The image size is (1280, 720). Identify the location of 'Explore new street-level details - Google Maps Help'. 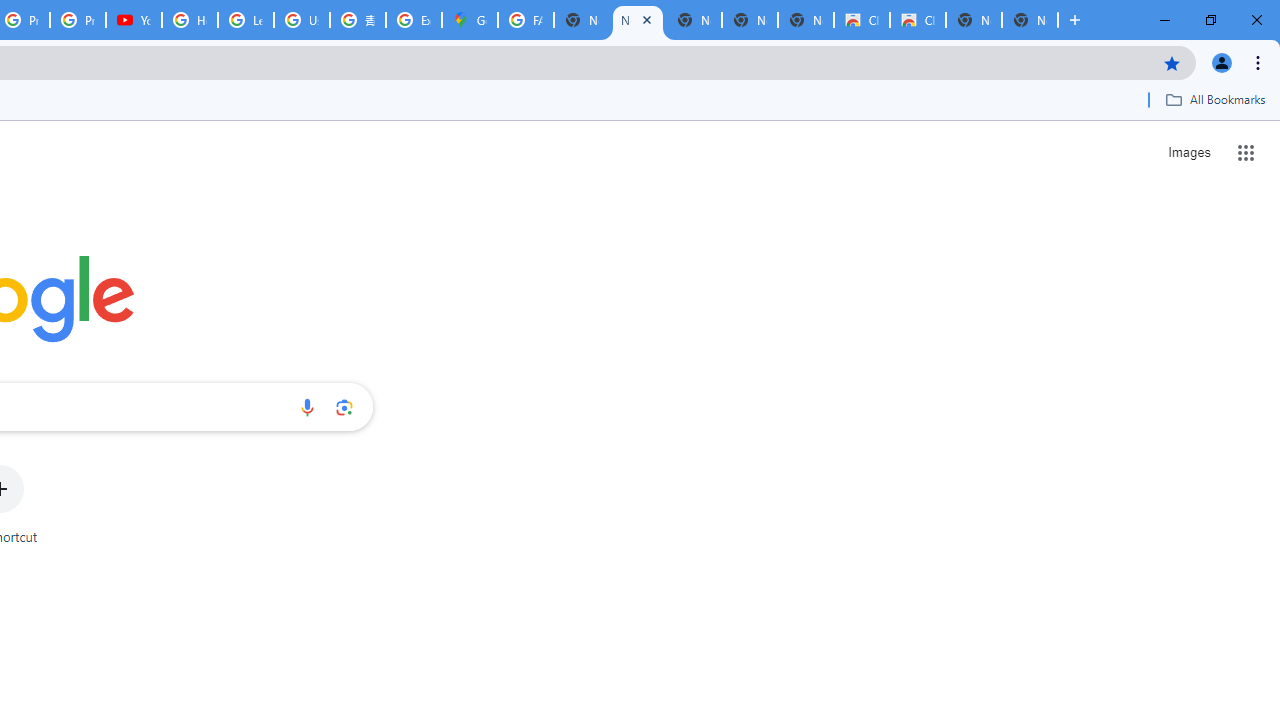
(413, 20).